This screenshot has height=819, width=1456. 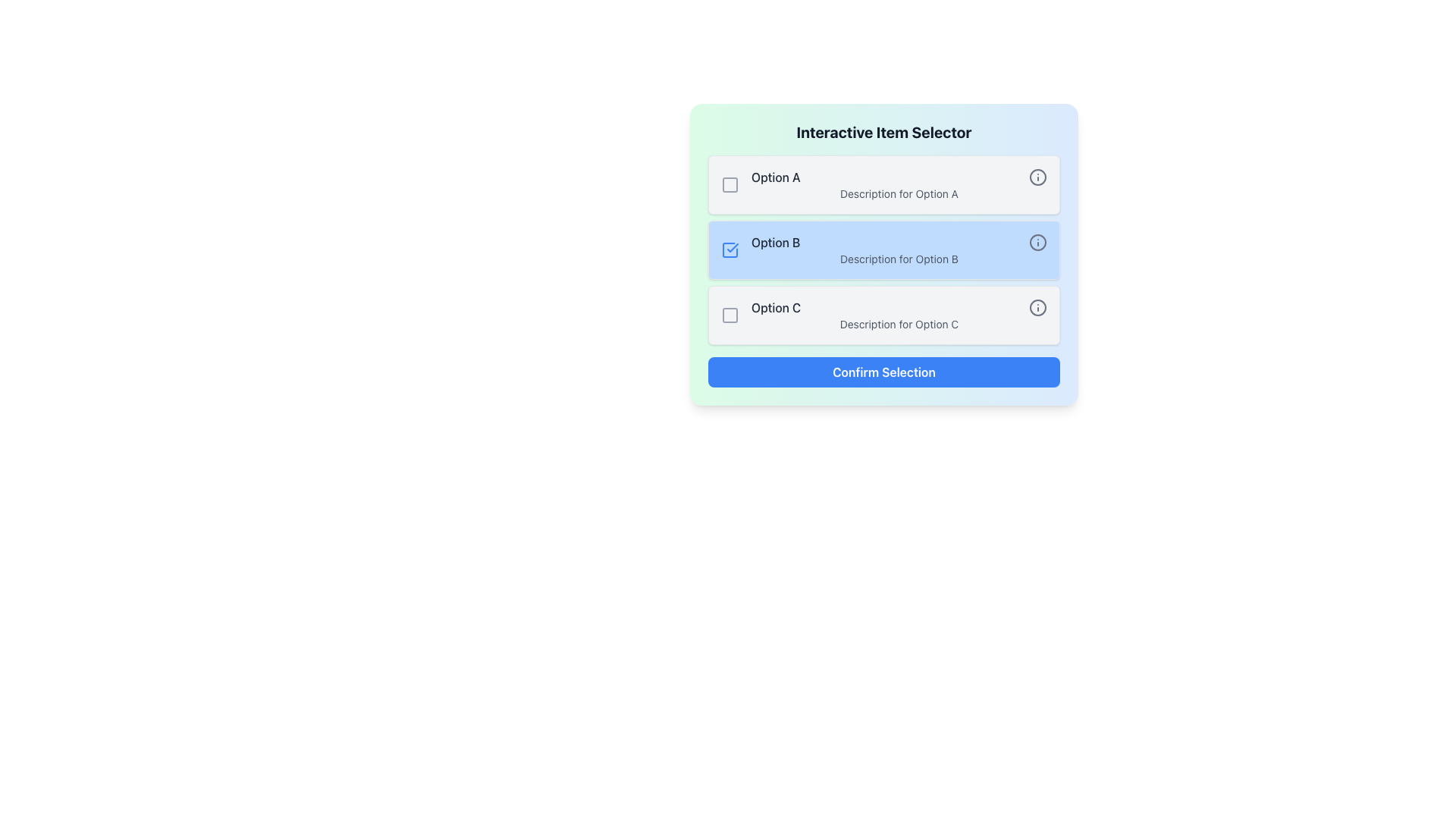 I want to click on the active Checkbox element with a blue checkmark icon located, so click(x=730, y=249).